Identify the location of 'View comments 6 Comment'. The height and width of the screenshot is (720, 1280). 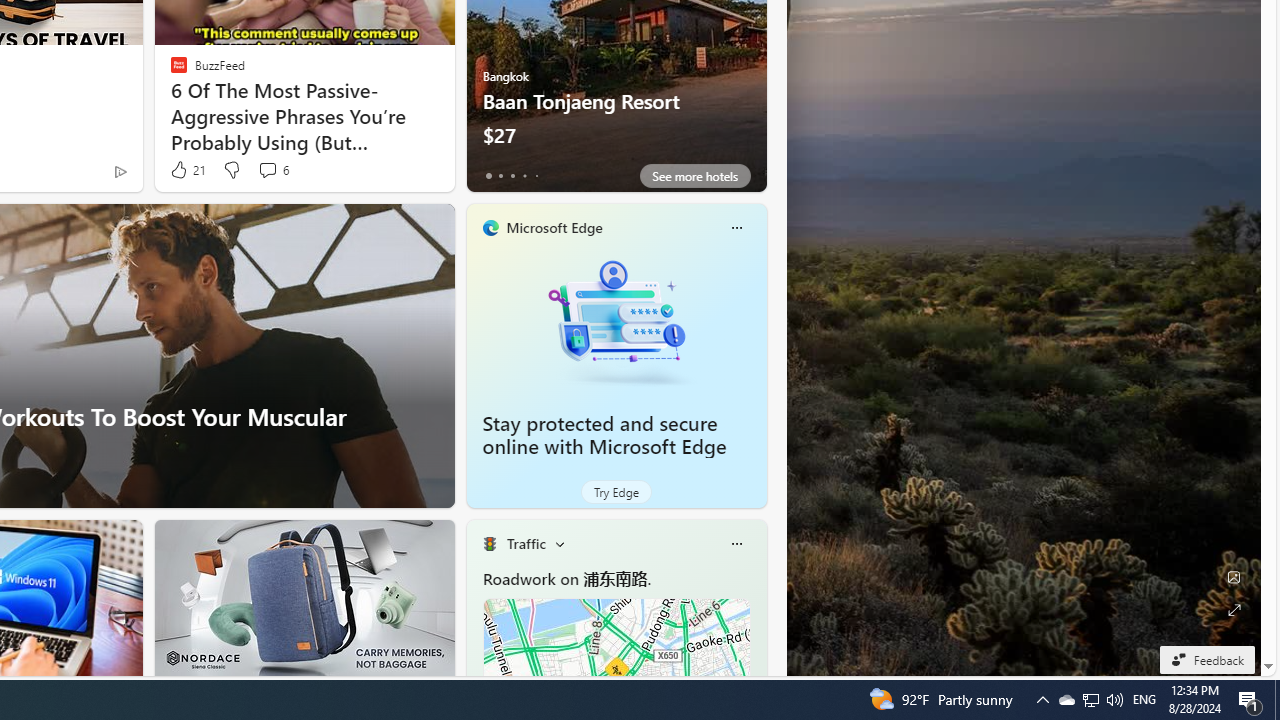
(266, 168).